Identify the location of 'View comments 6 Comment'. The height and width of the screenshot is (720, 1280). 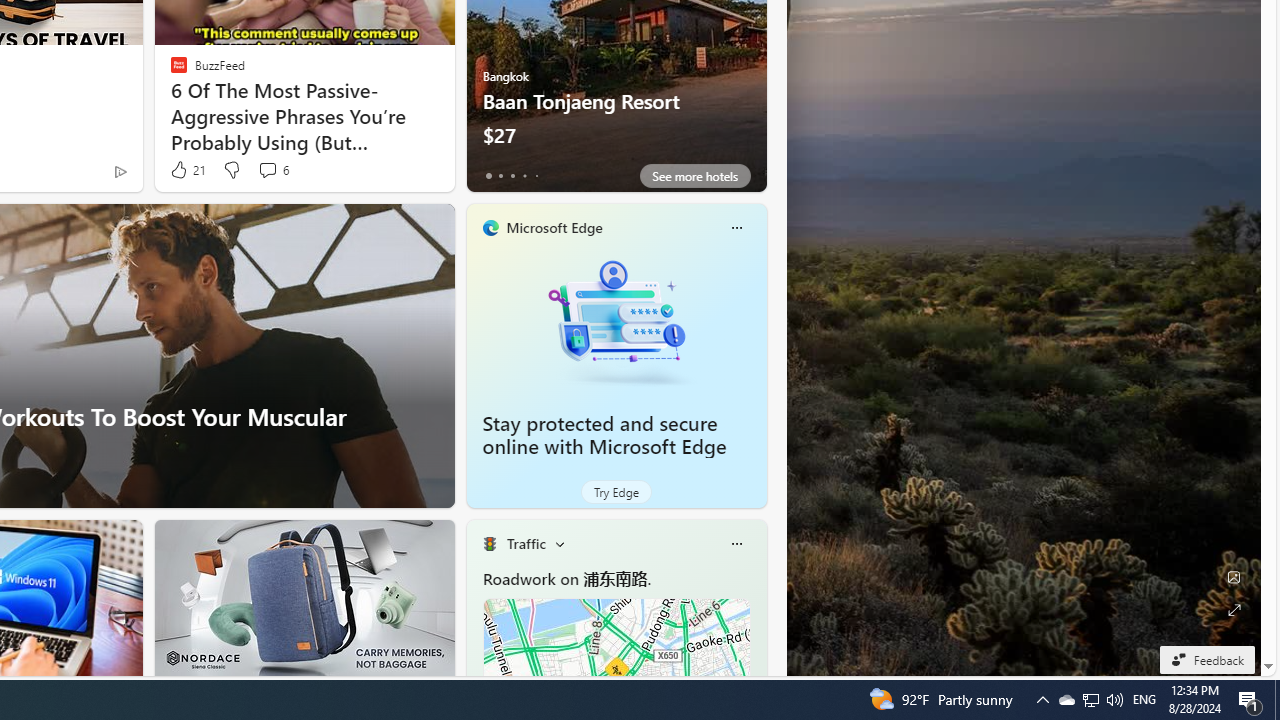
(266, 168).